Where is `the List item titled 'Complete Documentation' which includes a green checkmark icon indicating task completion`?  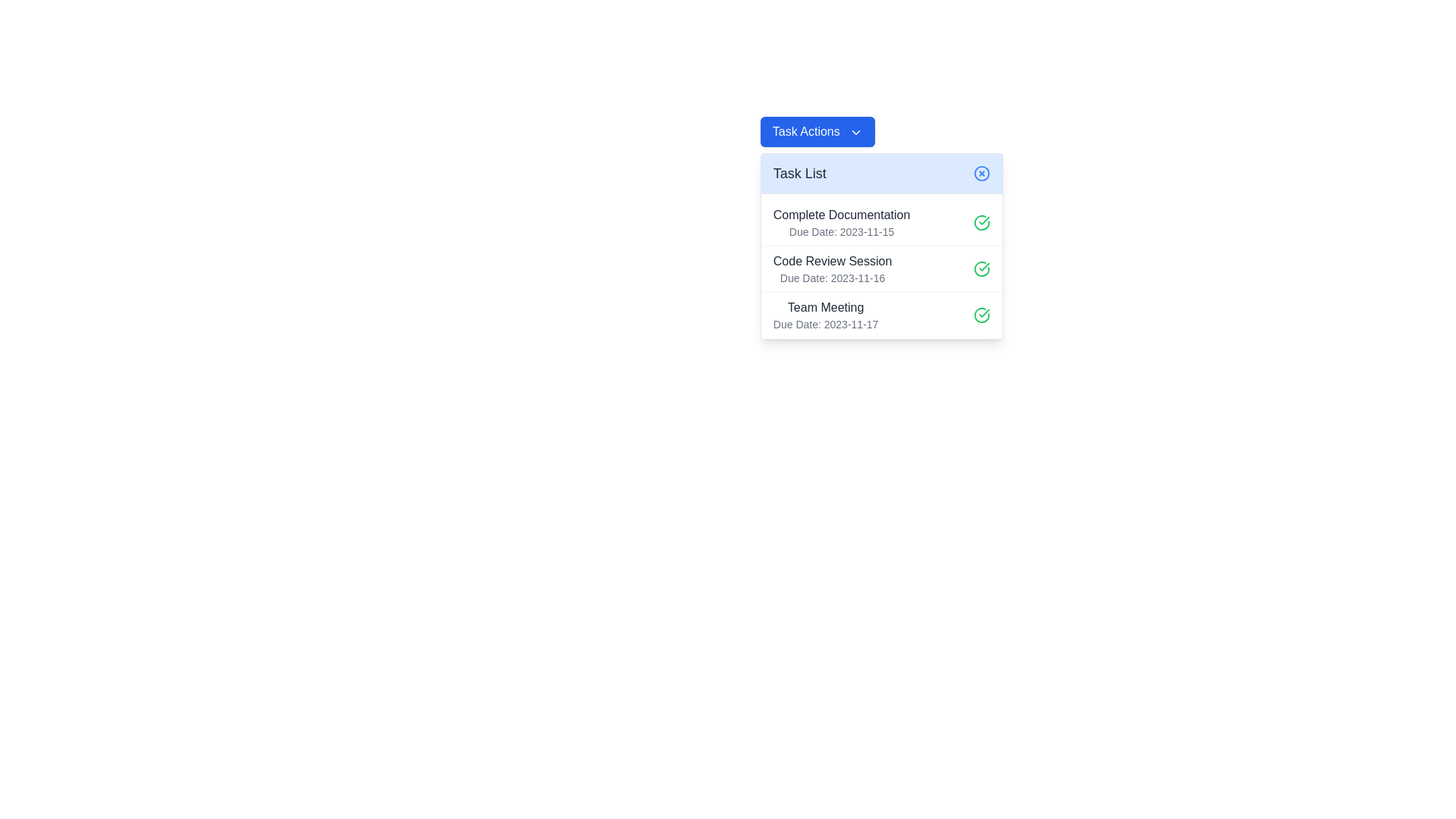 the List item titled 'Complete Documentation' which includes a green checkmark icon indicating task completion is located at coordinates (881, 222).